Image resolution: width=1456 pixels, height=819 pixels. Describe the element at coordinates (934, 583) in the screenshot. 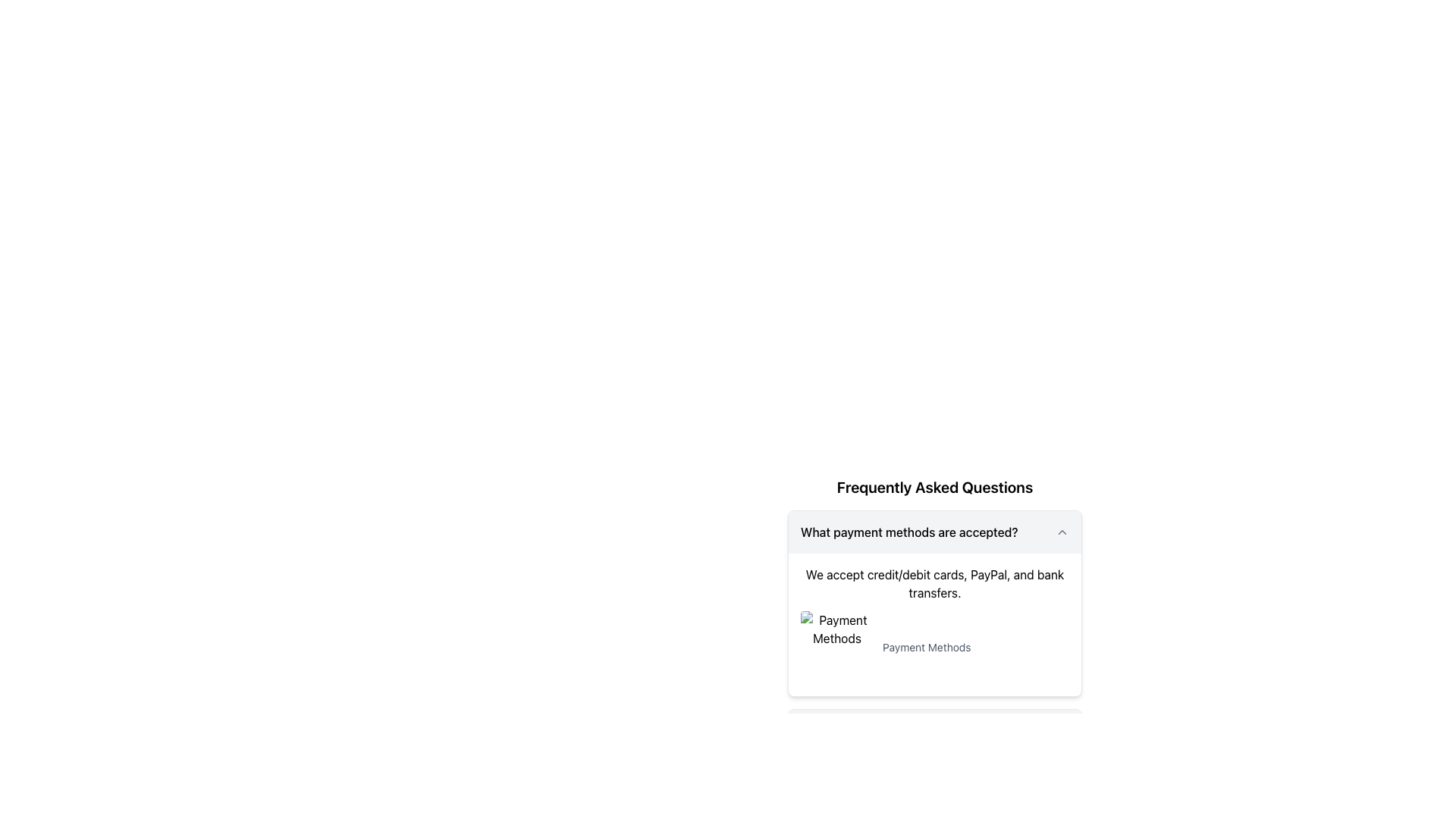

I see `the text element displaying the message 'We accept credit/debit cards, PayPal, and bank transfers.' which is located below the section header 'What payment methods are accepted?'` at that location.